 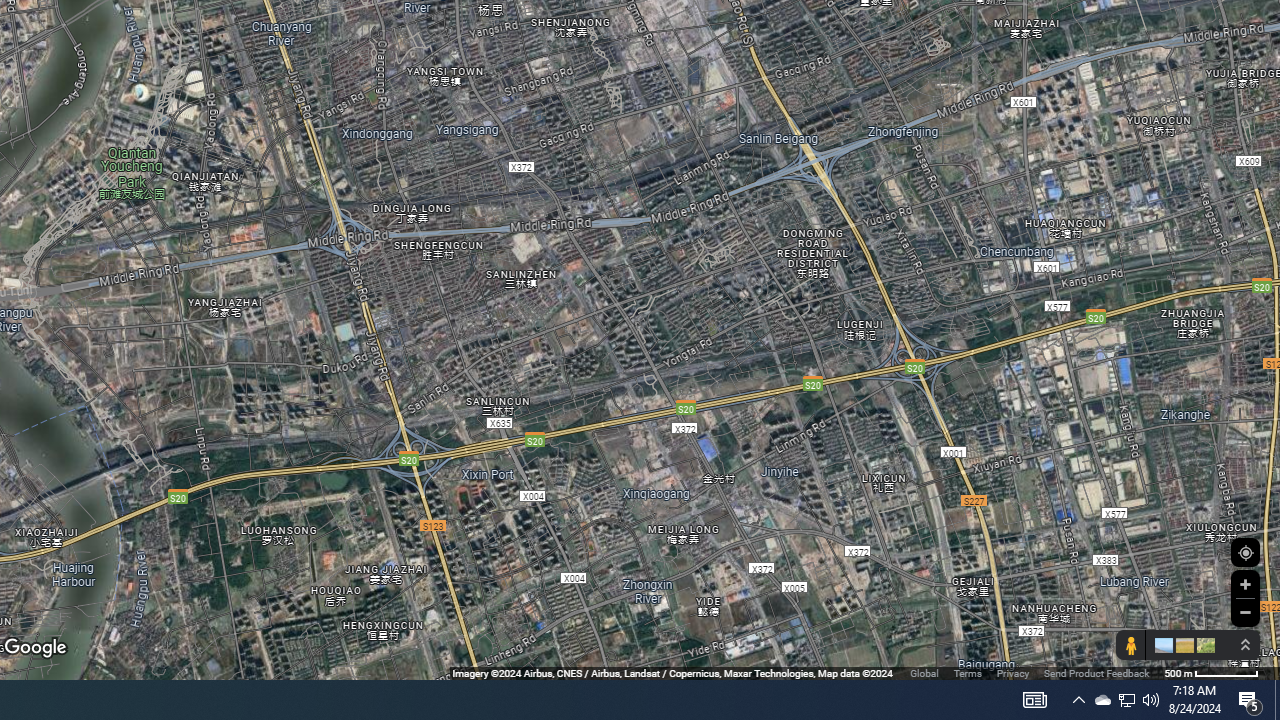 What do you see at coordinates (923, 673) in the screenshot?
I see `'Global'` at bounding box center [923, 673].